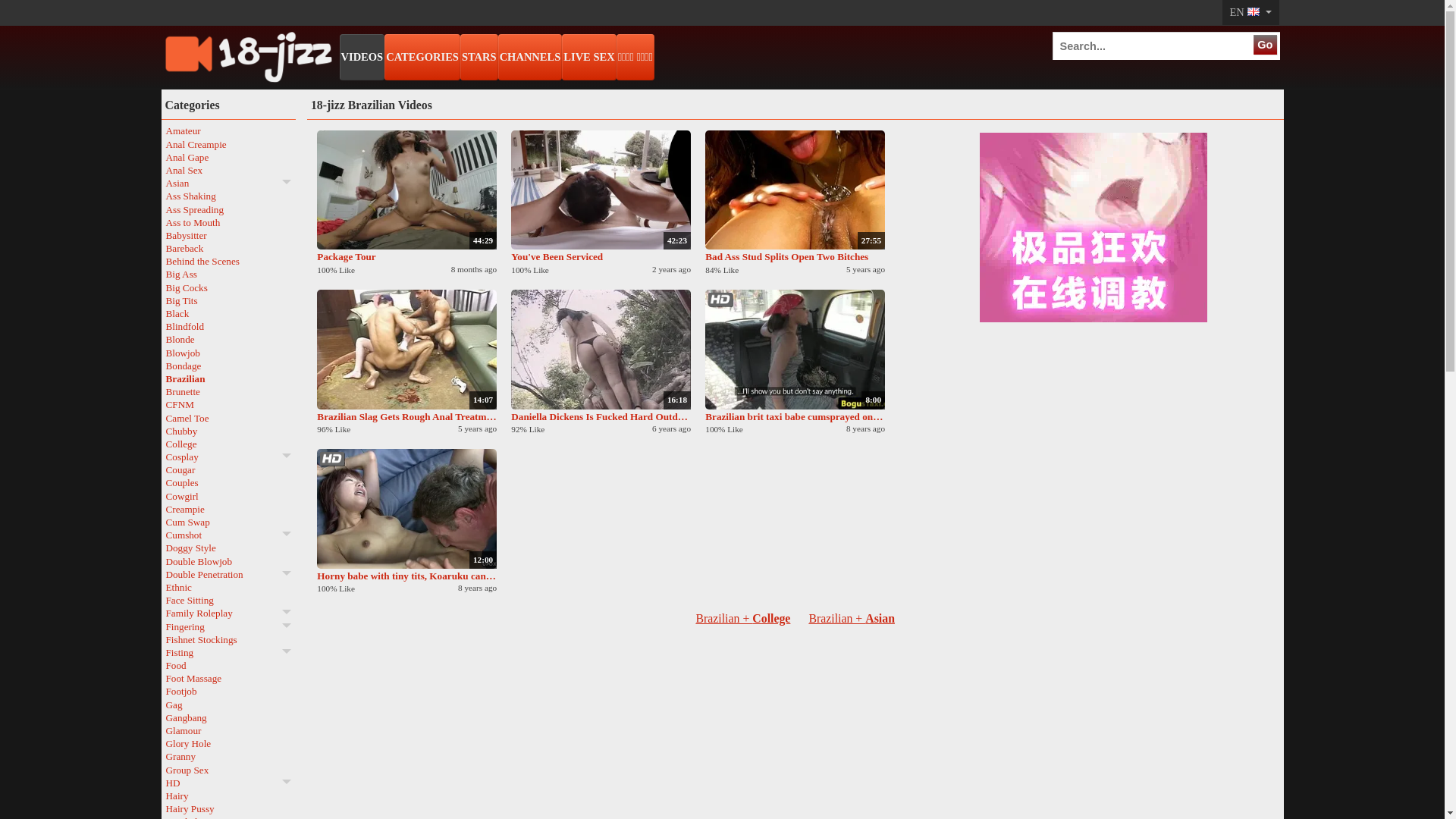 The height and width of the screenshot is (819, 1456). What do you see at coordinates (165, 222) in the screenshot?
I see `'Ass to Mouth'` at bounding box center [165, 222].